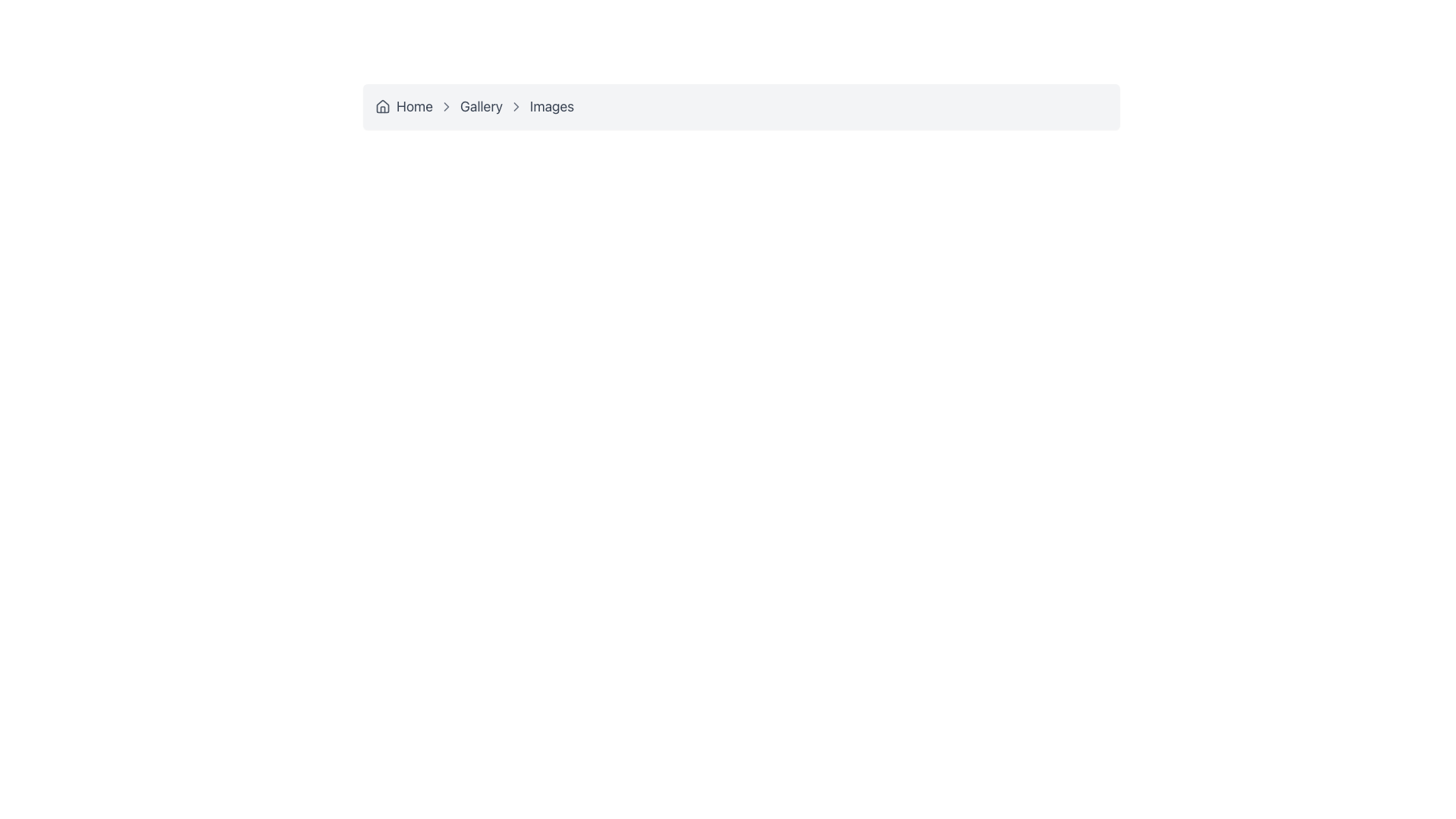 The width and height of the screenshot is (1456, 819). I want to click on the breadcrumb navigation links, so click(742, 106).